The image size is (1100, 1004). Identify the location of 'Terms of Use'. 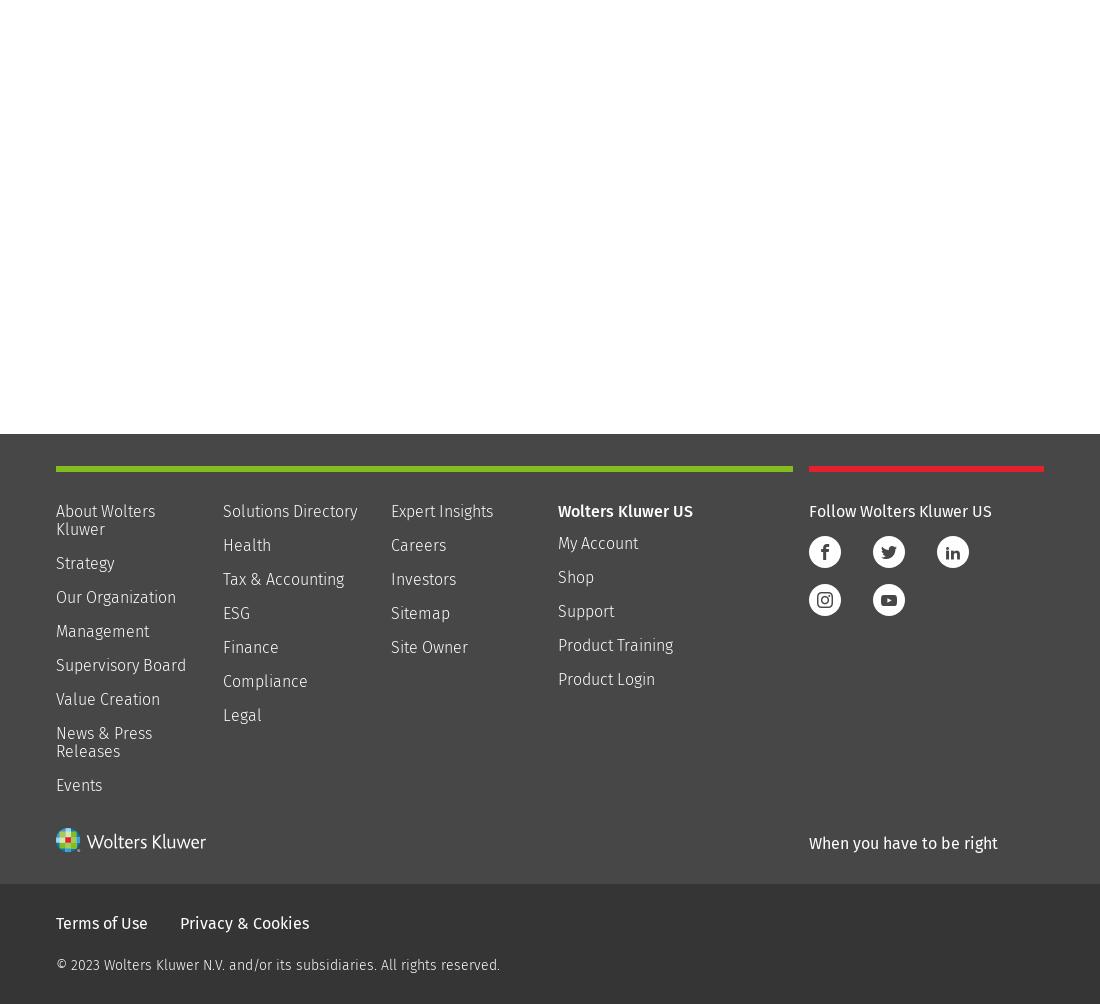
(101, 921).